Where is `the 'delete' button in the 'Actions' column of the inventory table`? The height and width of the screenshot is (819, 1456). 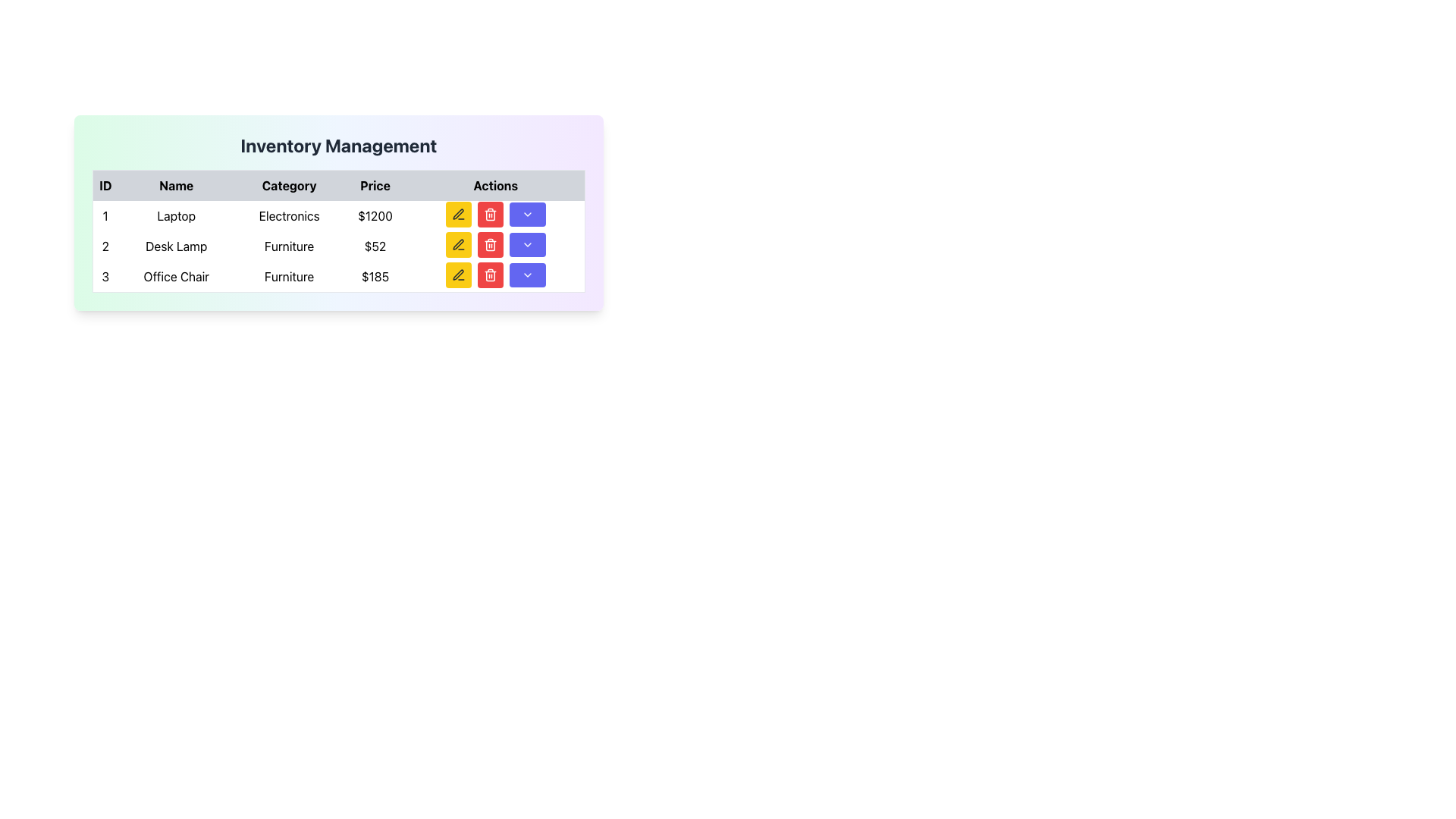 the 'delete' button in the 'Actions' column of the inventory table is located at coordinates (490, 244).